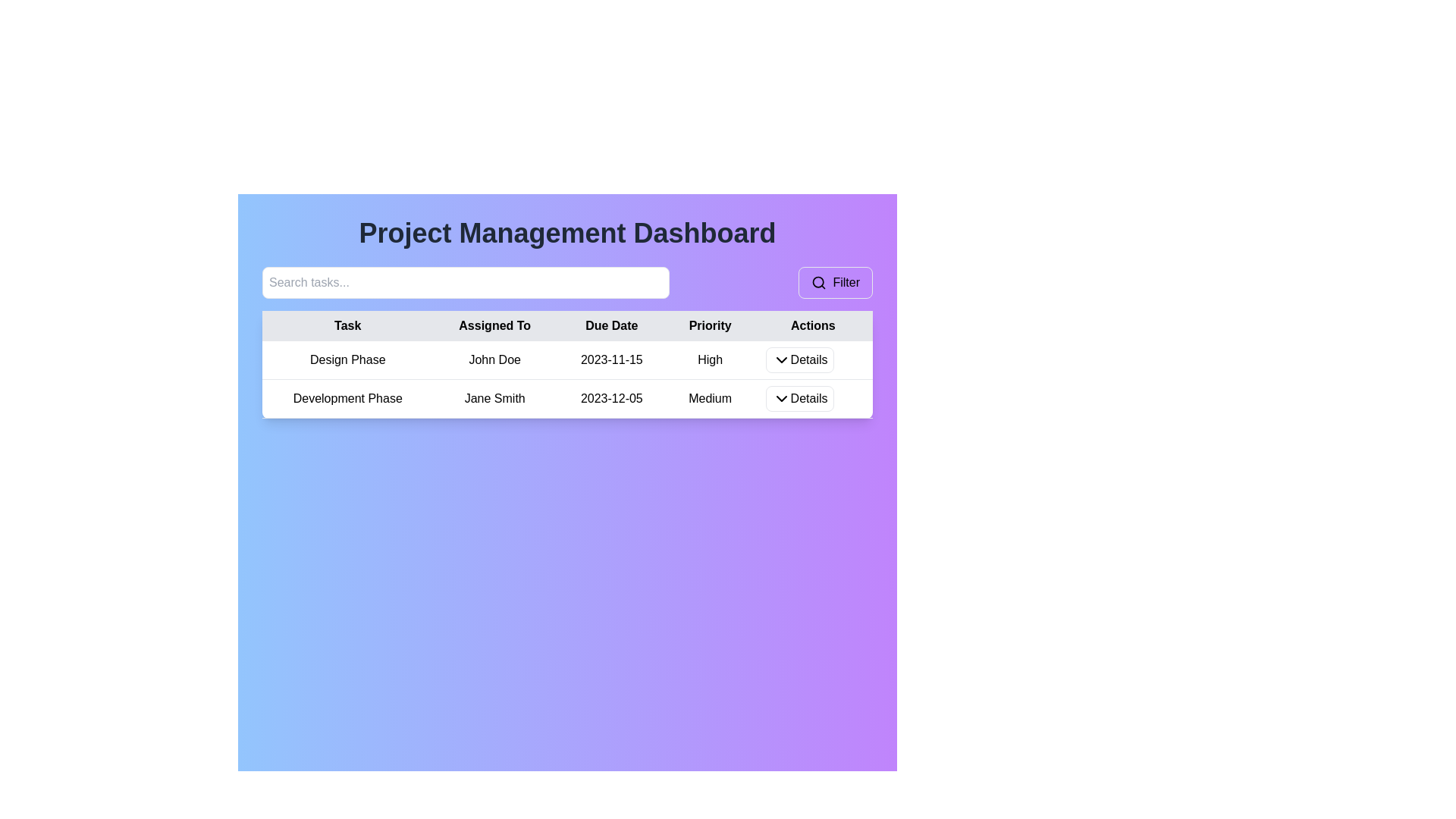 The height and width of the screenshot is (819, 1456). Describe the element at coordinates (799, 359) in the screenshot. I see `the toggle button in the 'Actions' column of the first row of the table` at that location.